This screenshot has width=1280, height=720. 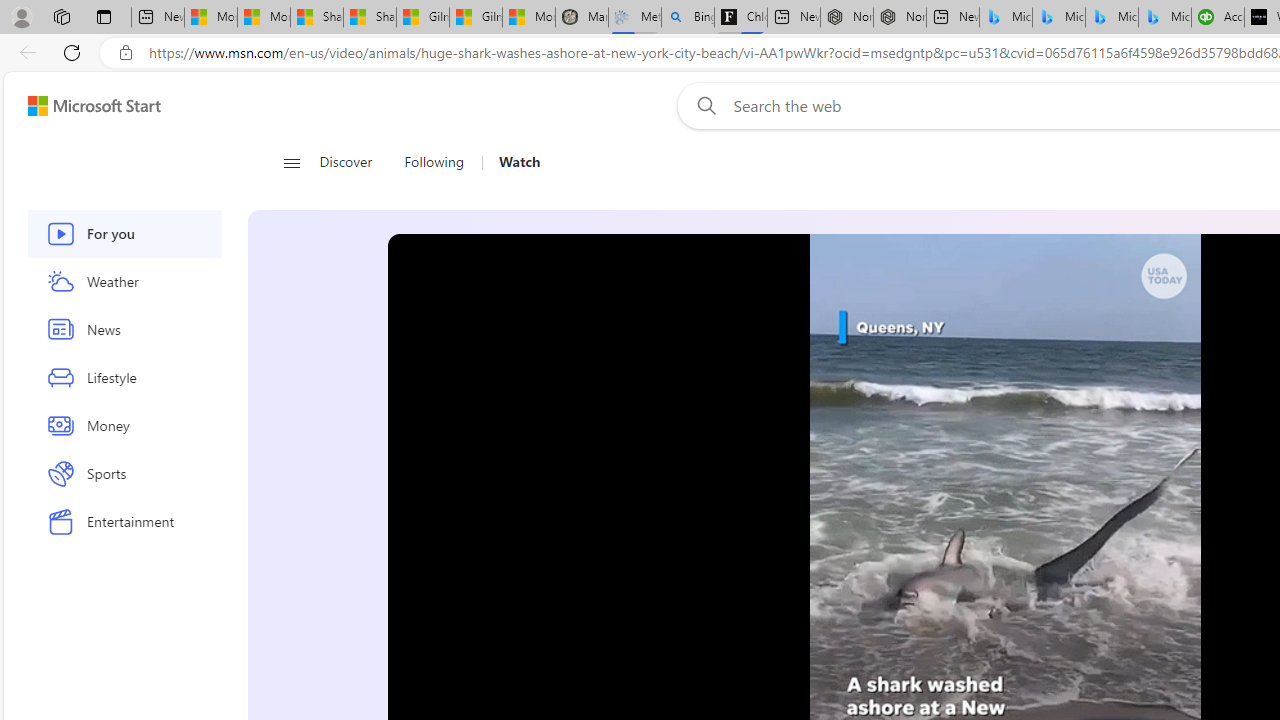 I want to click on 'Chloe Sorvino', so click(x=740, y=17).